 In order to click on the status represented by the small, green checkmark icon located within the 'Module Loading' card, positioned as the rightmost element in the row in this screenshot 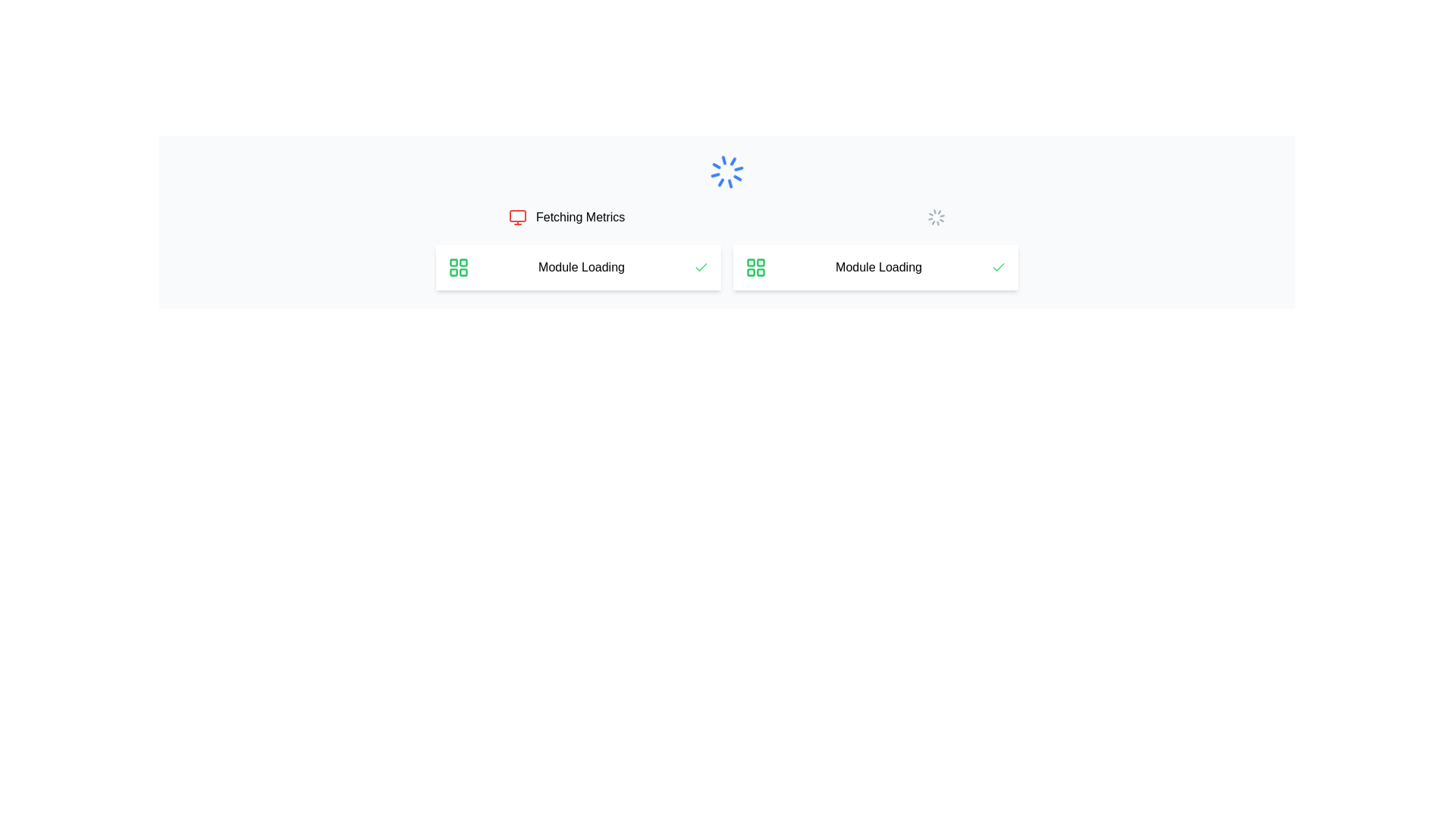, I will do `click(701, 267)`.